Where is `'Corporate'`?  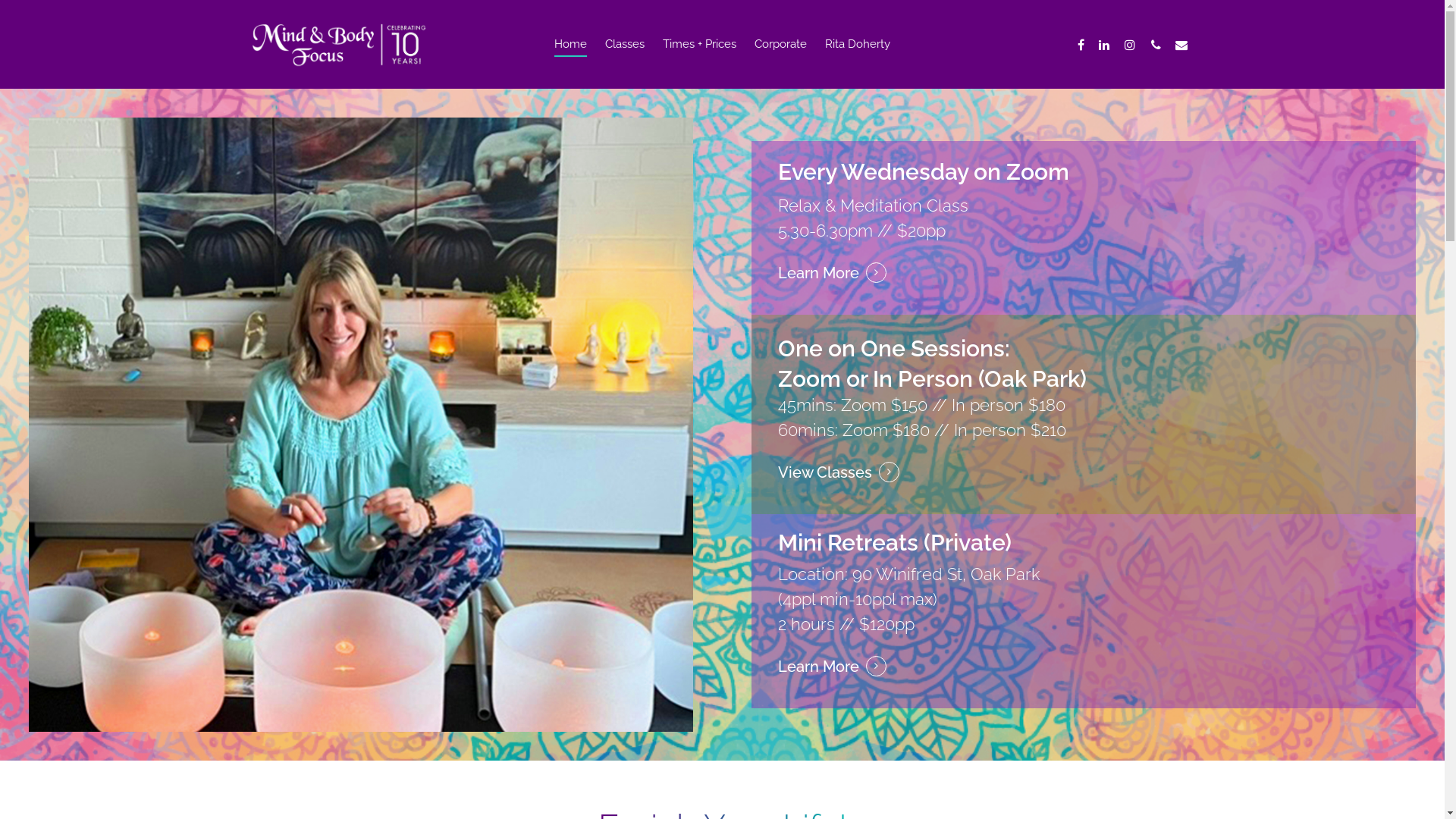
'Corporate' is located at coordinates (780, 55).